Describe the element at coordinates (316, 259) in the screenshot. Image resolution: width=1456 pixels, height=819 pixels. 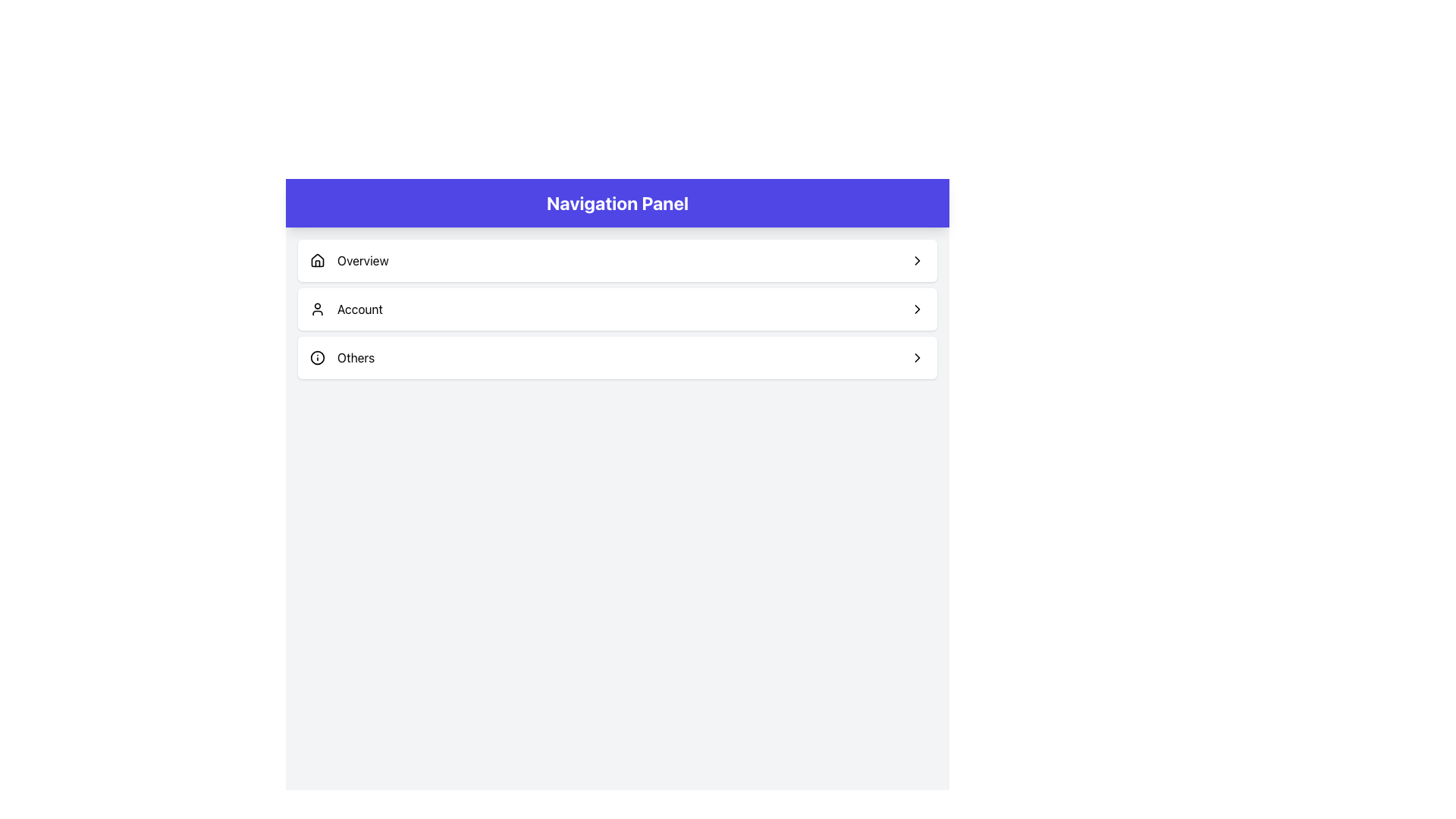
I see `the house-shaped icon located in the left portion of the navigation panel entry titled 'Overview'` at that location.